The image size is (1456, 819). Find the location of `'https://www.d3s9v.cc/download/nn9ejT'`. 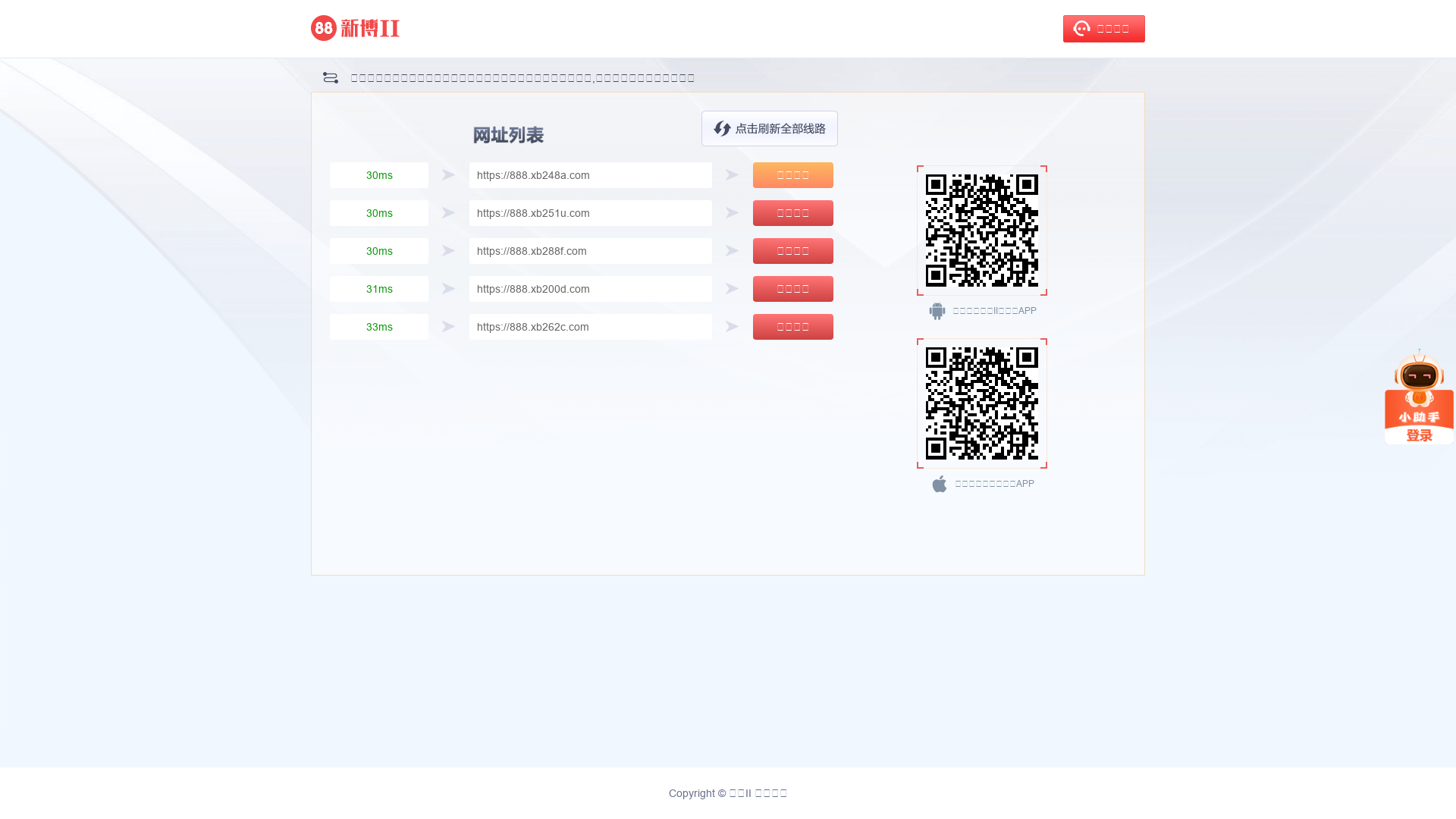

'https://www.d3s9v.cc/download/nn9ejT' is located at coordinates (982, 403).